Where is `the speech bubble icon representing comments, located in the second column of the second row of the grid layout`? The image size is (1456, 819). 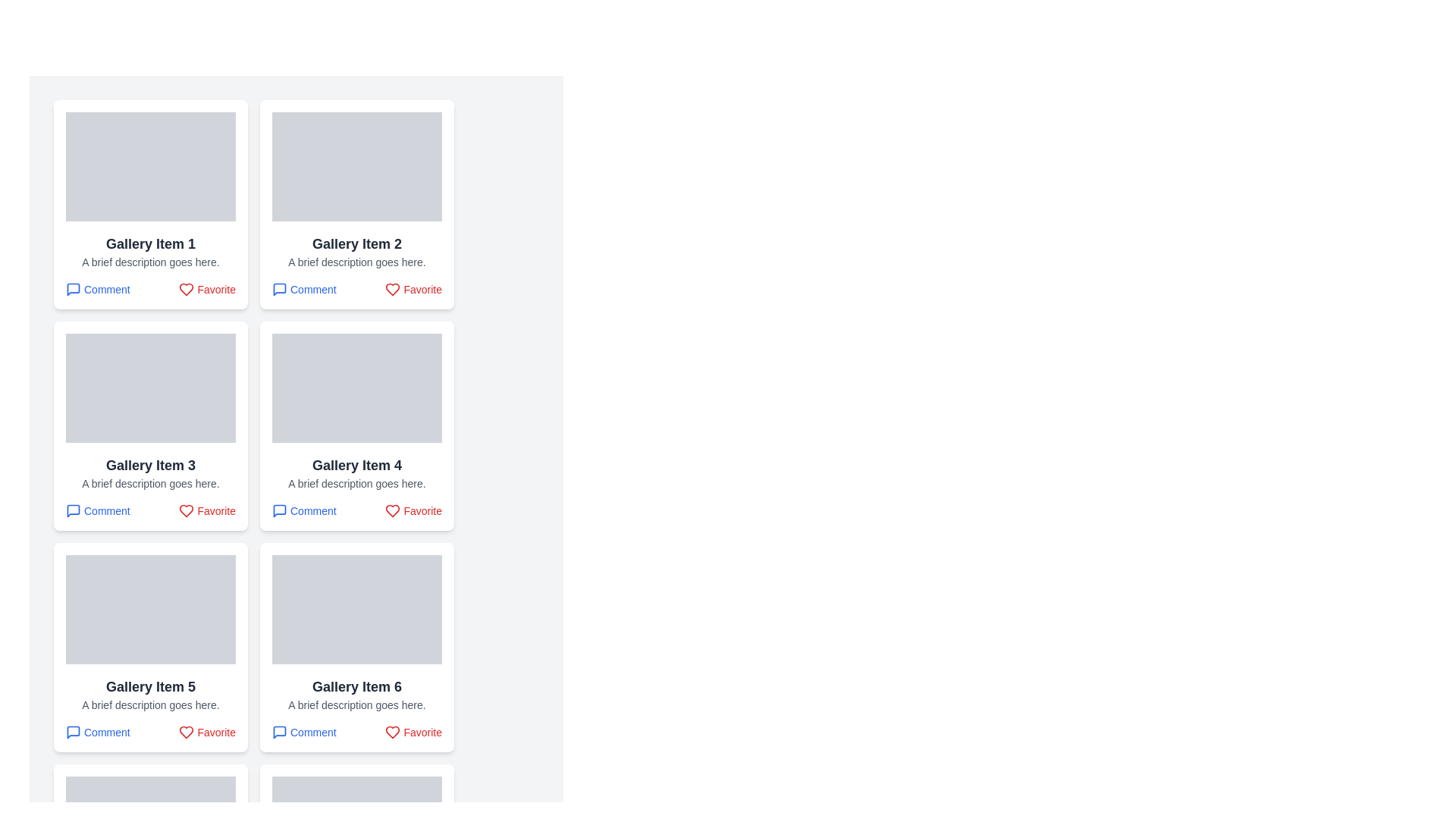
the speech bubble icon representing comments, located in the second column of the second row of the grid layout is located at coordinates (280, 511).